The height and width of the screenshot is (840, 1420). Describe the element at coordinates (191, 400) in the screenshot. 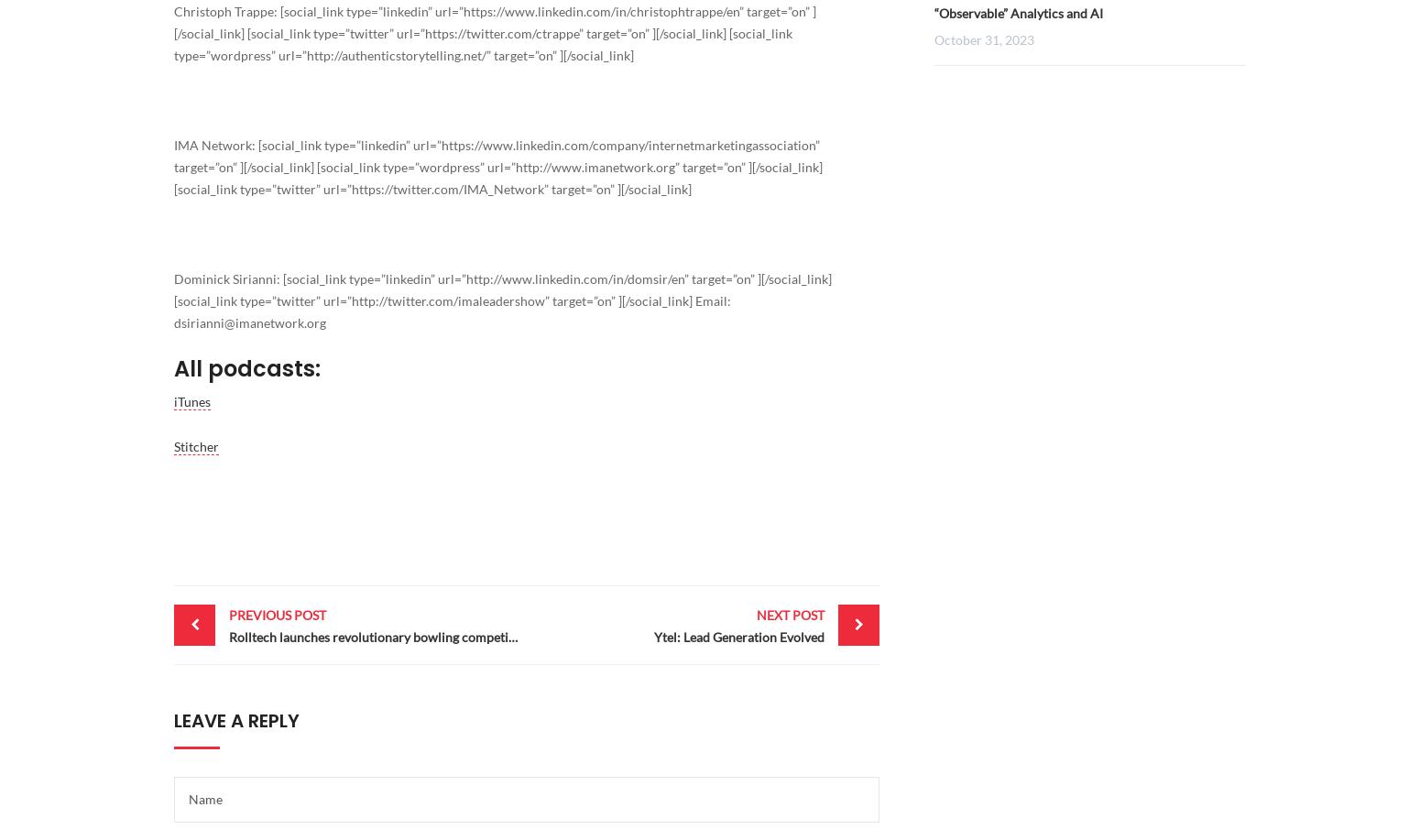

I see `'iTunes'` at that location.